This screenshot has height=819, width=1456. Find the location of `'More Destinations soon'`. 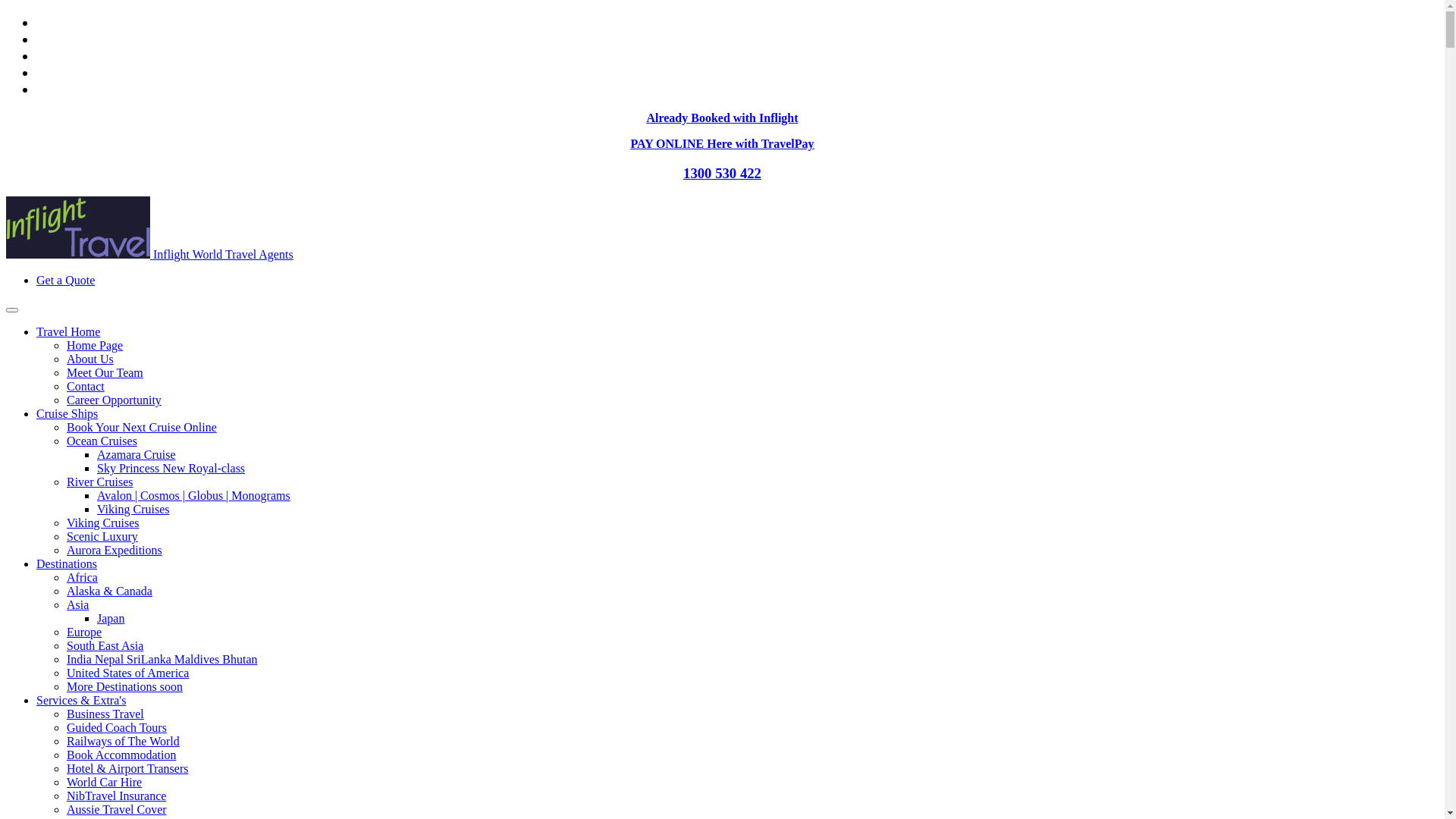

'More Destinations soon' is located at coordinates (124, 686).